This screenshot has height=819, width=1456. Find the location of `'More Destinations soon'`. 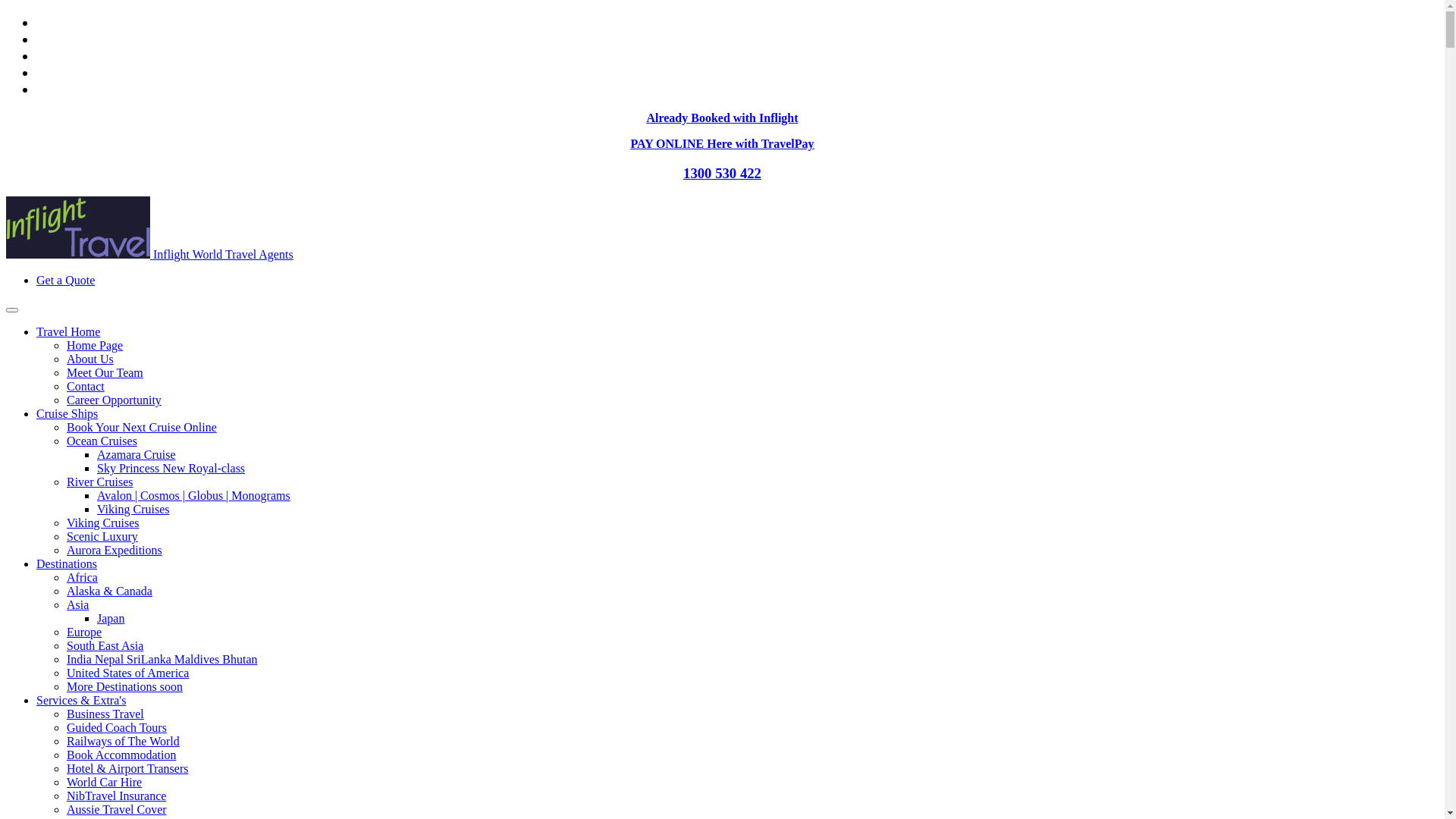

'More Destinations soon' is located at coordinates (124, 686).